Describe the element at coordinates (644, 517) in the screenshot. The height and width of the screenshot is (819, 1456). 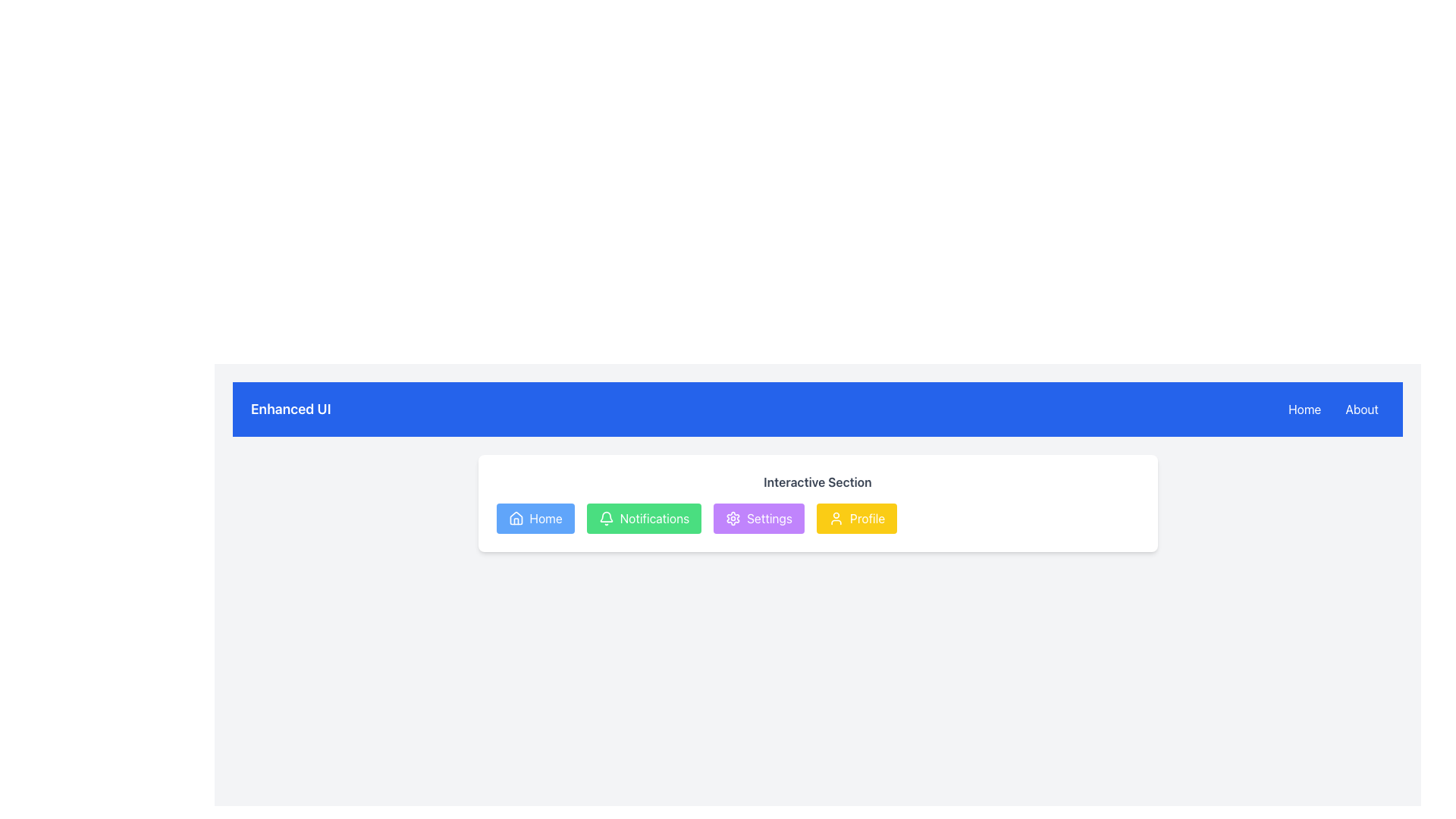
I see `the notifications button, which is the second button in a horizontal group located between the 'Home' and 'Settings' buttons` at that location.